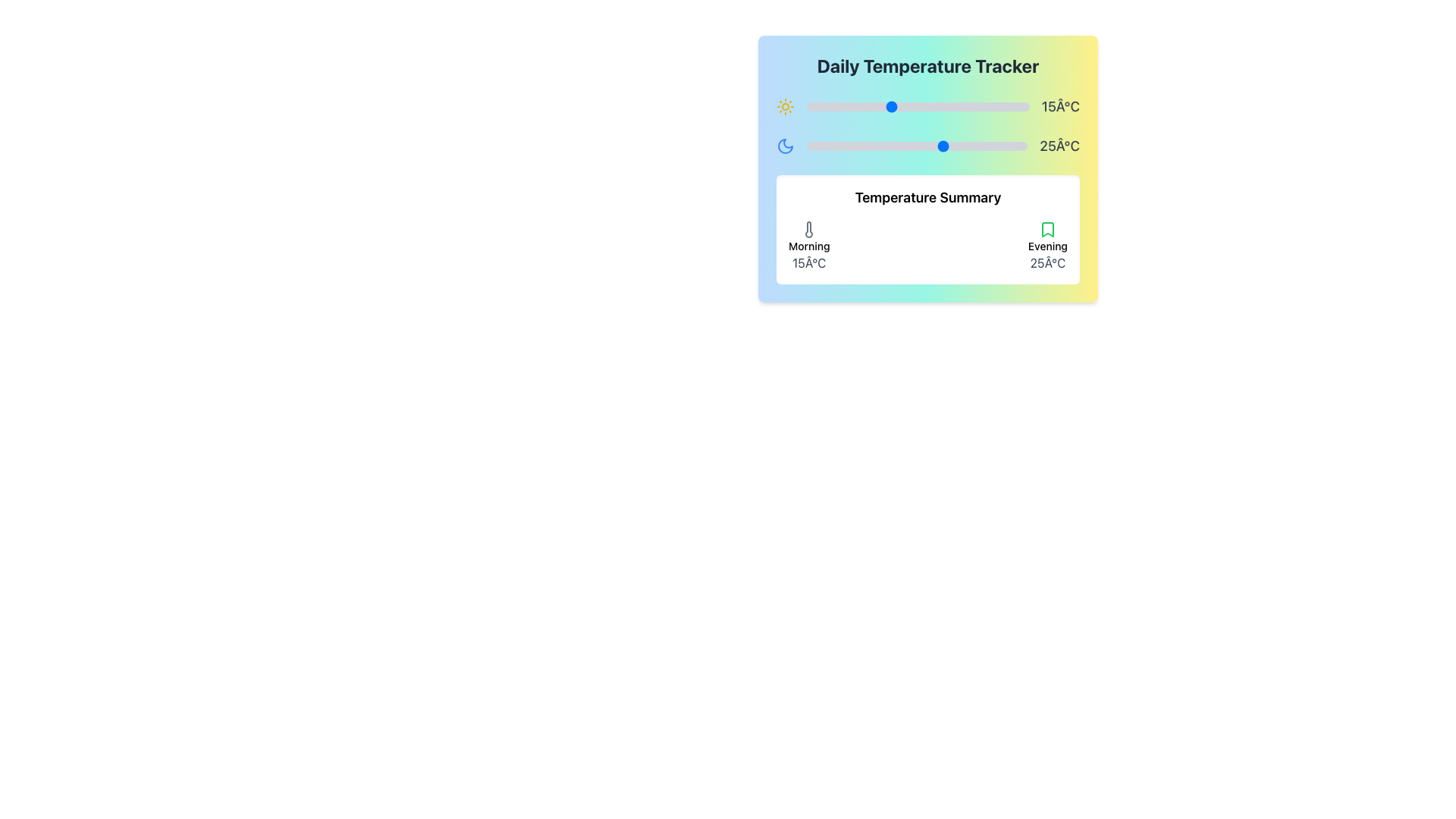 The height and width of the screenshot is (819, 1456). What do you see at coordinates (808, 245) in the screenshot?
I see `the 'Morning' text label in the 'Temperature Summary' section, which is styled with a medium-sized font in black and positioned below the thermometer icon` at bounding box center [808, 245].